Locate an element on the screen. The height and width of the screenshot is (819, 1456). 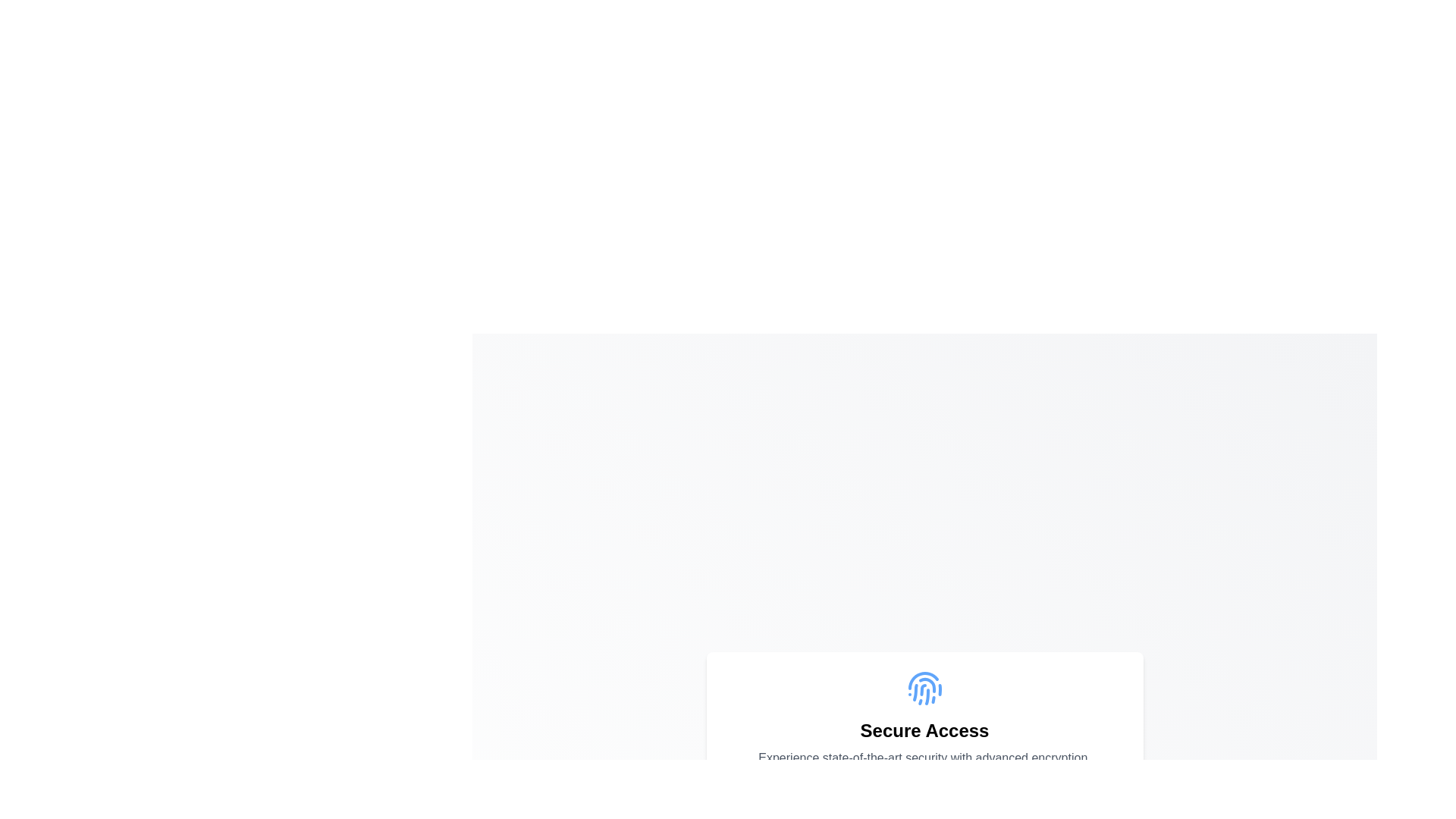
header text 'Secure Access' which is displayed in a bold, large font size on a white background card with rounded corners, positioned directly below a fingerprint icon is located at coordinates (924, 730).